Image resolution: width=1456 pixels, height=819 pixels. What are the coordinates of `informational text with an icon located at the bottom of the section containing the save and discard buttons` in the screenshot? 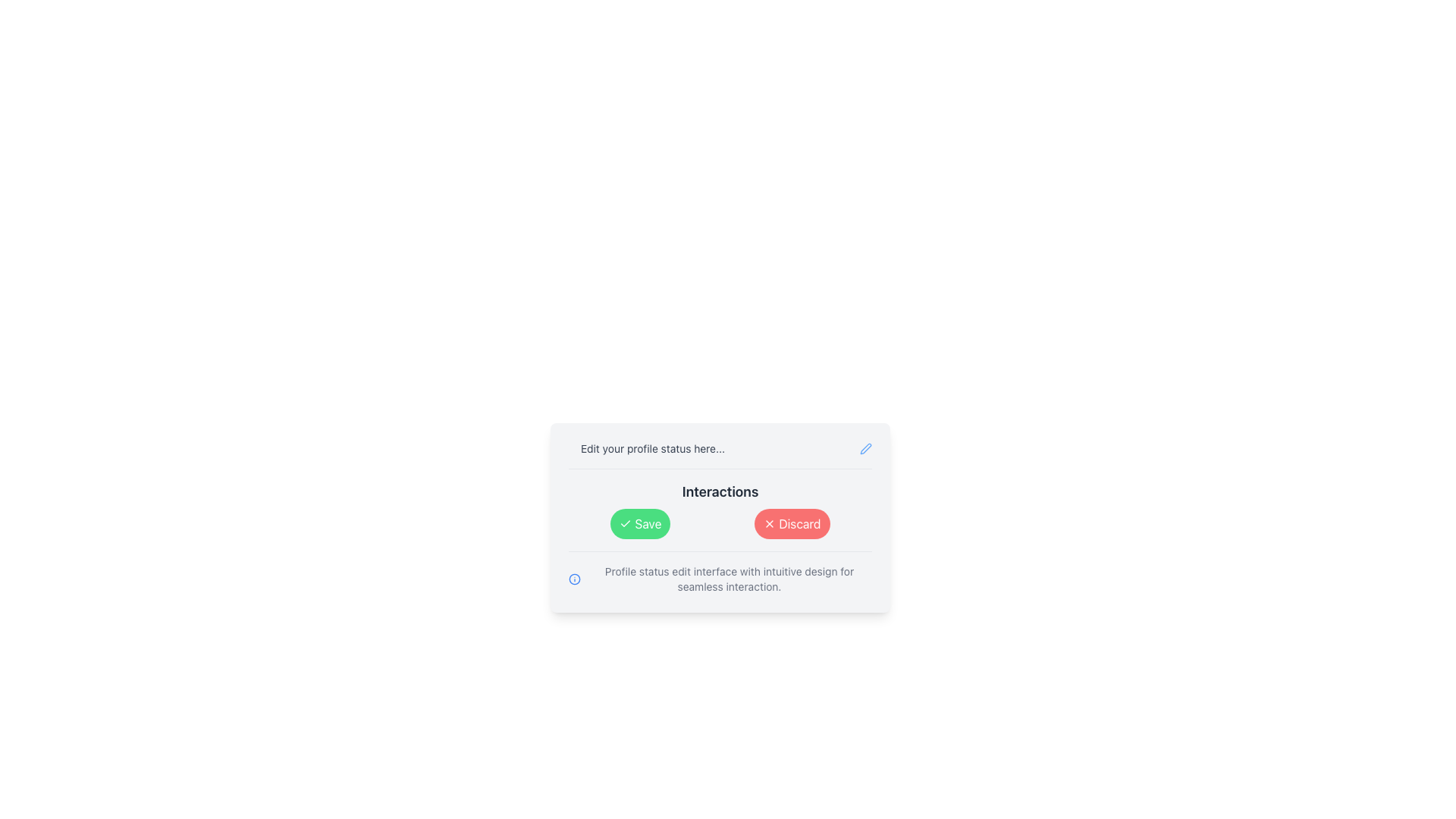 It's located at (720, 579).